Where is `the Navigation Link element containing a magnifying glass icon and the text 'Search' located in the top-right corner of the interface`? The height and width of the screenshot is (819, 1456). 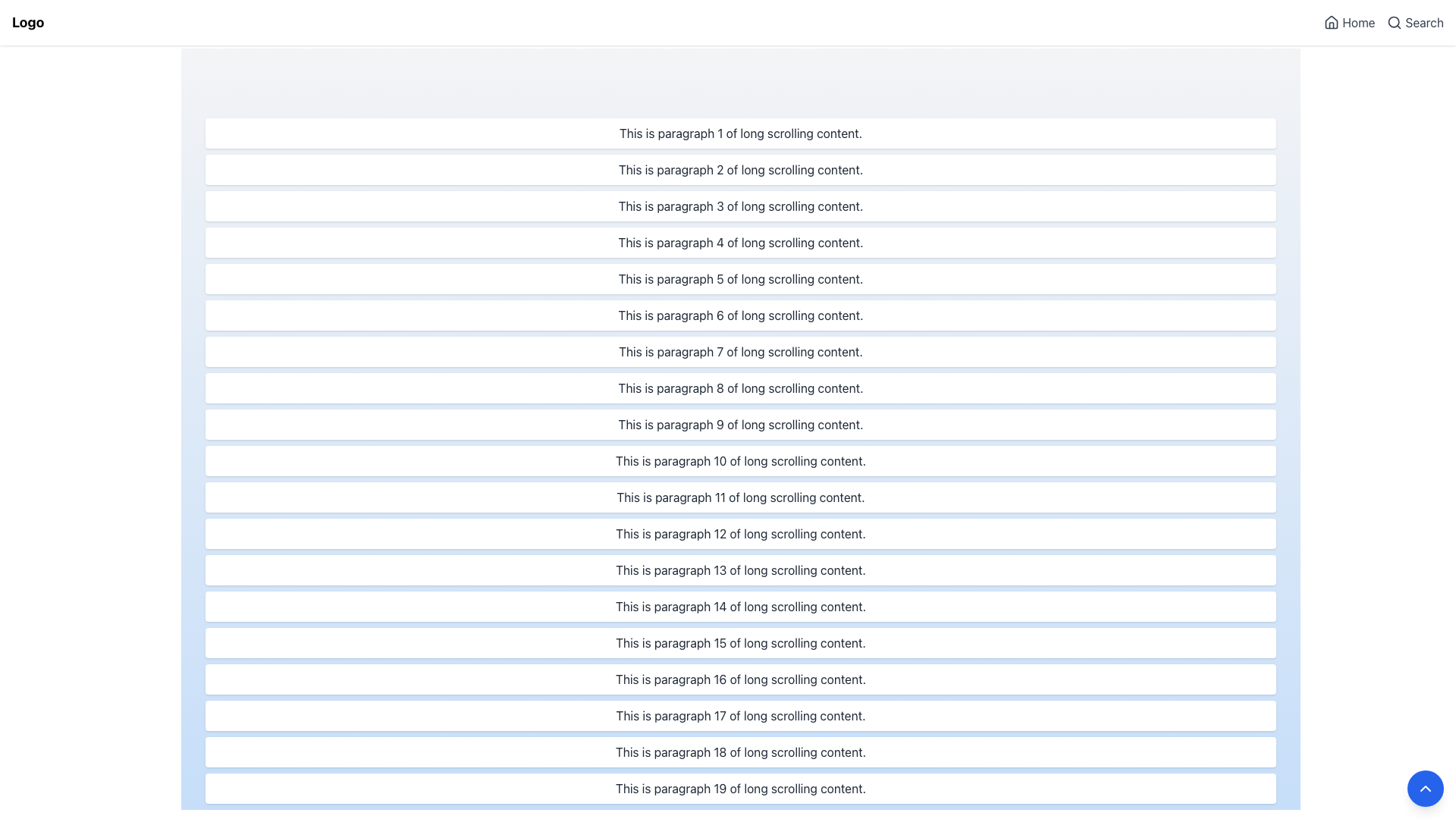 the Navigation Link element containing a magnifying glass icon and the text 'Search' located in the top-right corner of the interface is located at coordinates (1414, 23).